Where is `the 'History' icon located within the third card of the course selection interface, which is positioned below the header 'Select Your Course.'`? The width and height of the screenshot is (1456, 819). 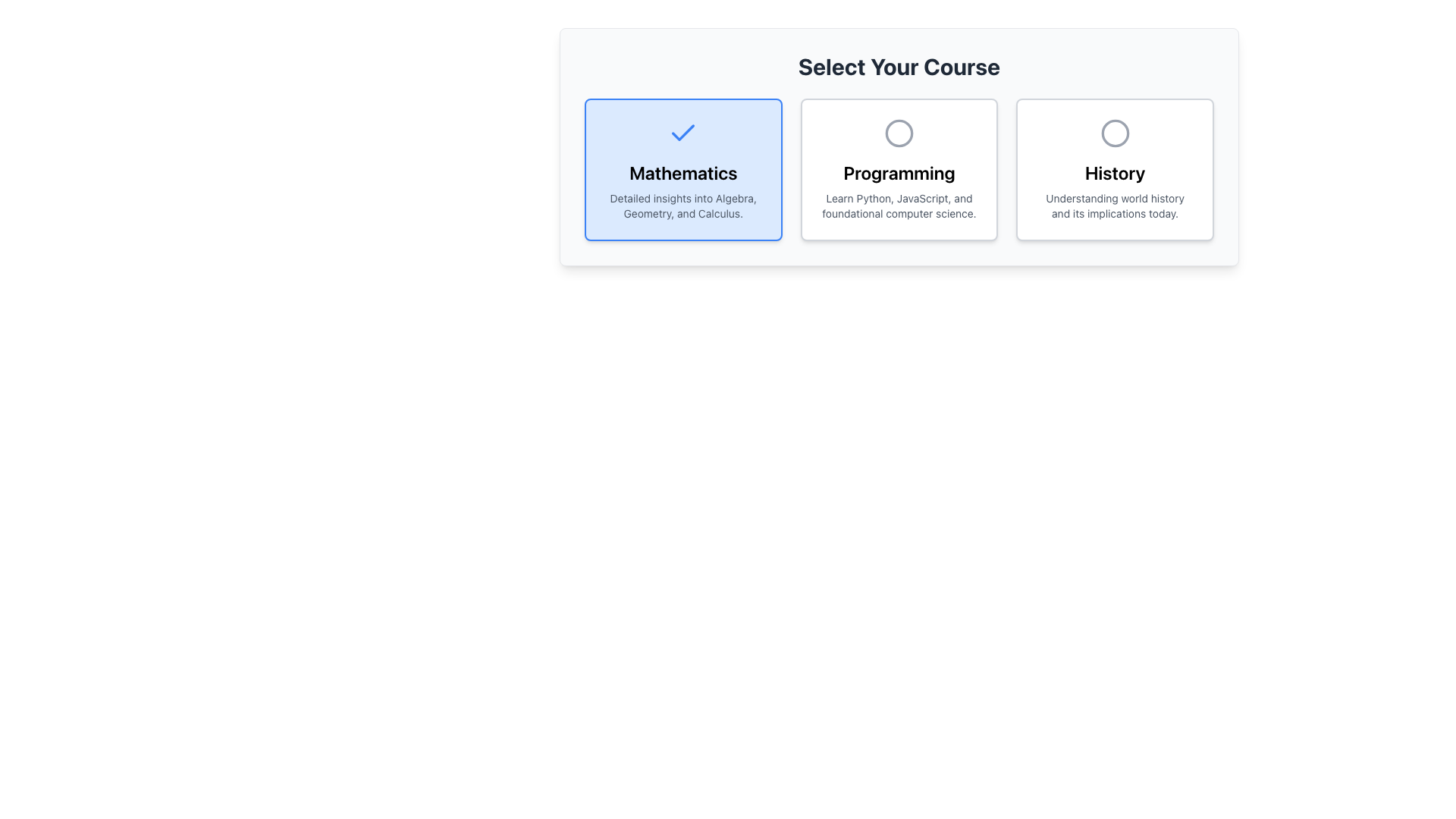
the 'History' icon located within the third card of the course selection interface, which is positioned below the header 'Select Your Course.' is located at coordinates (1115, 133).